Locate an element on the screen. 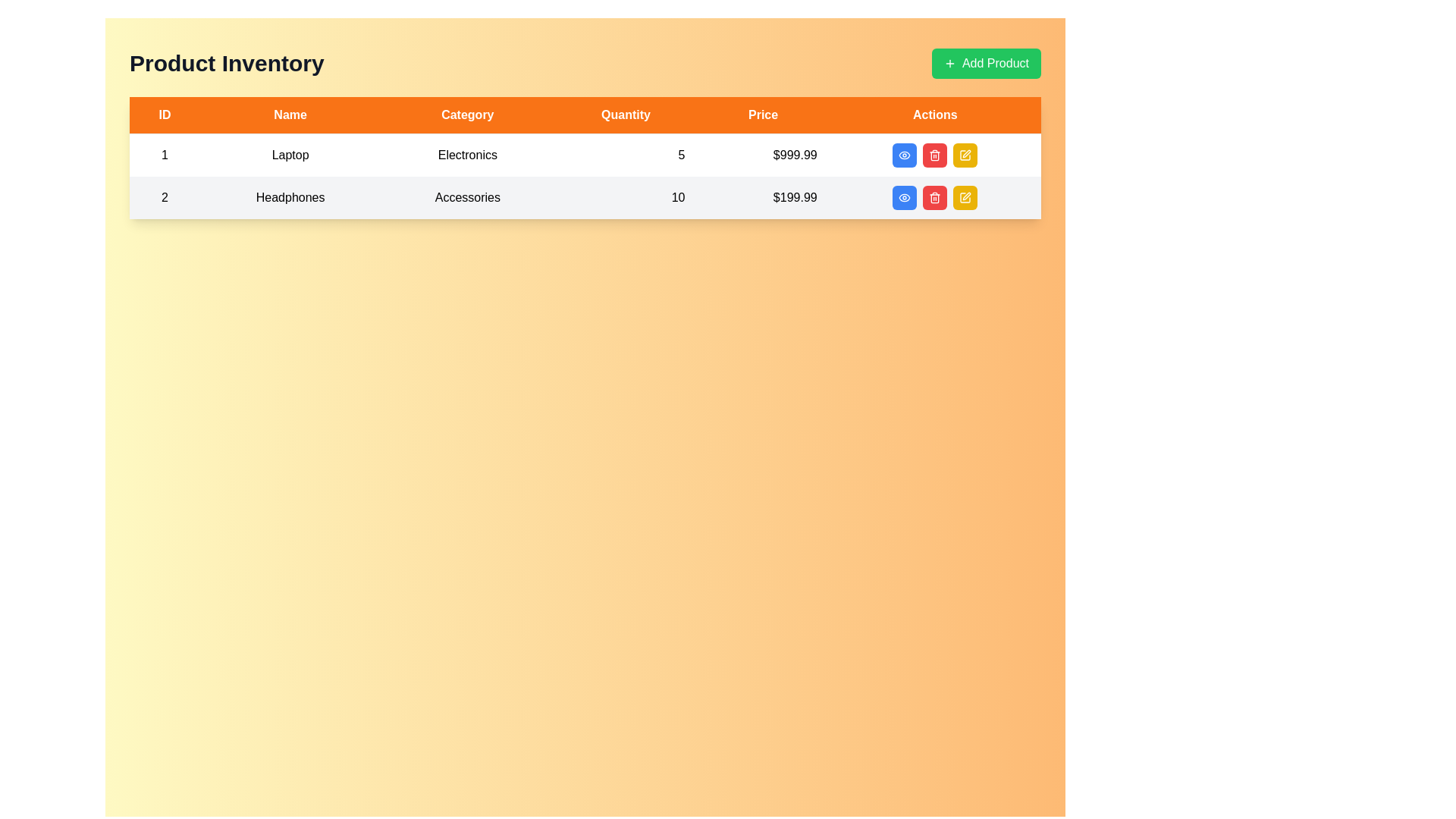  the 'Add Product' button, which is a rectangular button with a green background and white text, located in the top-right corner of the layout is located at coordinates (986, 63).